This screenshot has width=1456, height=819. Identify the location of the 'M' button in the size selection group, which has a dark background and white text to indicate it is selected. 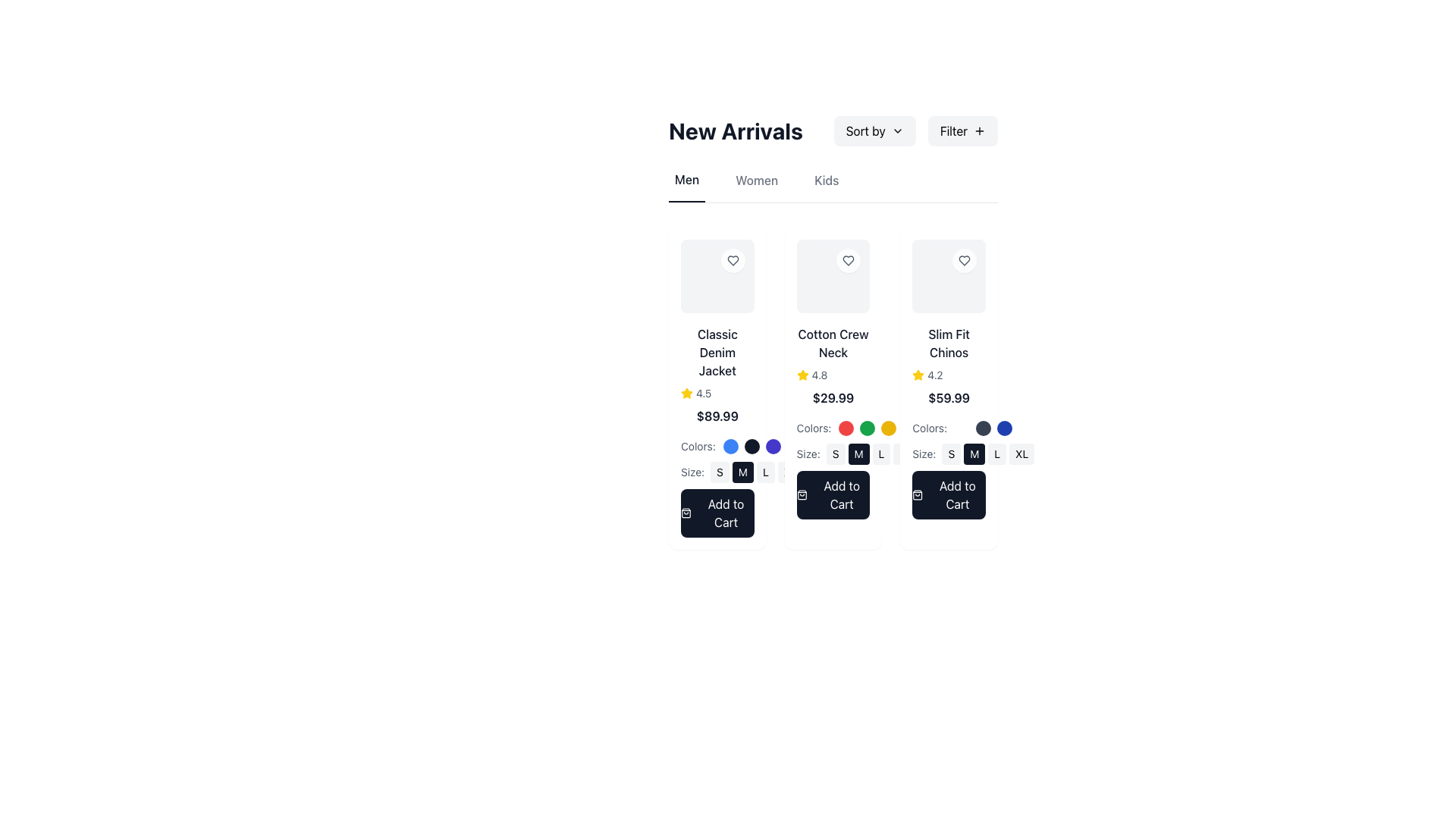
(757, 471).